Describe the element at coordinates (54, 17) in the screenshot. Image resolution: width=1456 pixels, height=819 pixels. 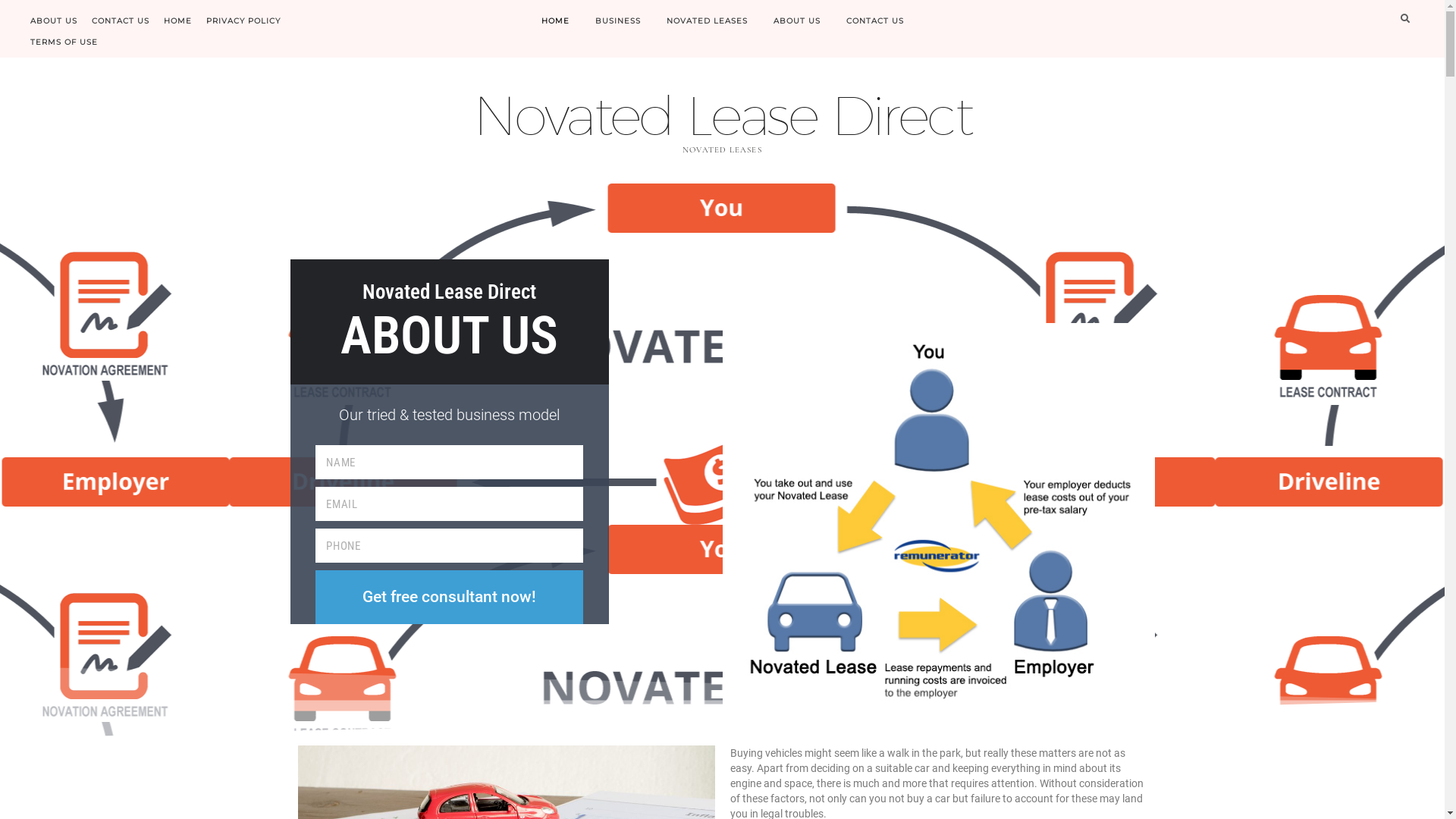
I see `'ABOUT US'` at that location.